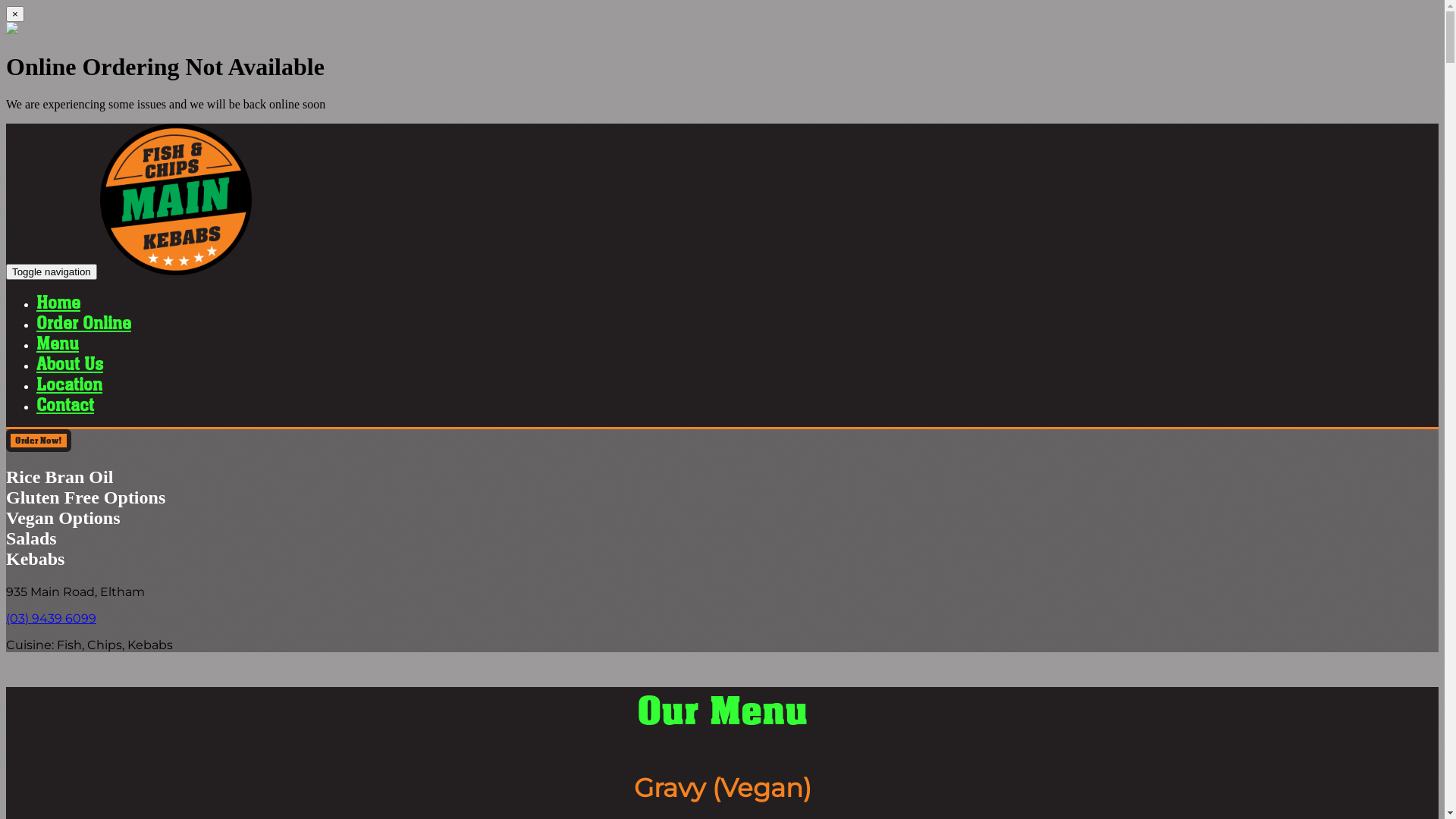 This screenshot has width=1456, height=819. Describe the element at coordinates (36, 383) in the screenshot. I see `'Location'` at that location.